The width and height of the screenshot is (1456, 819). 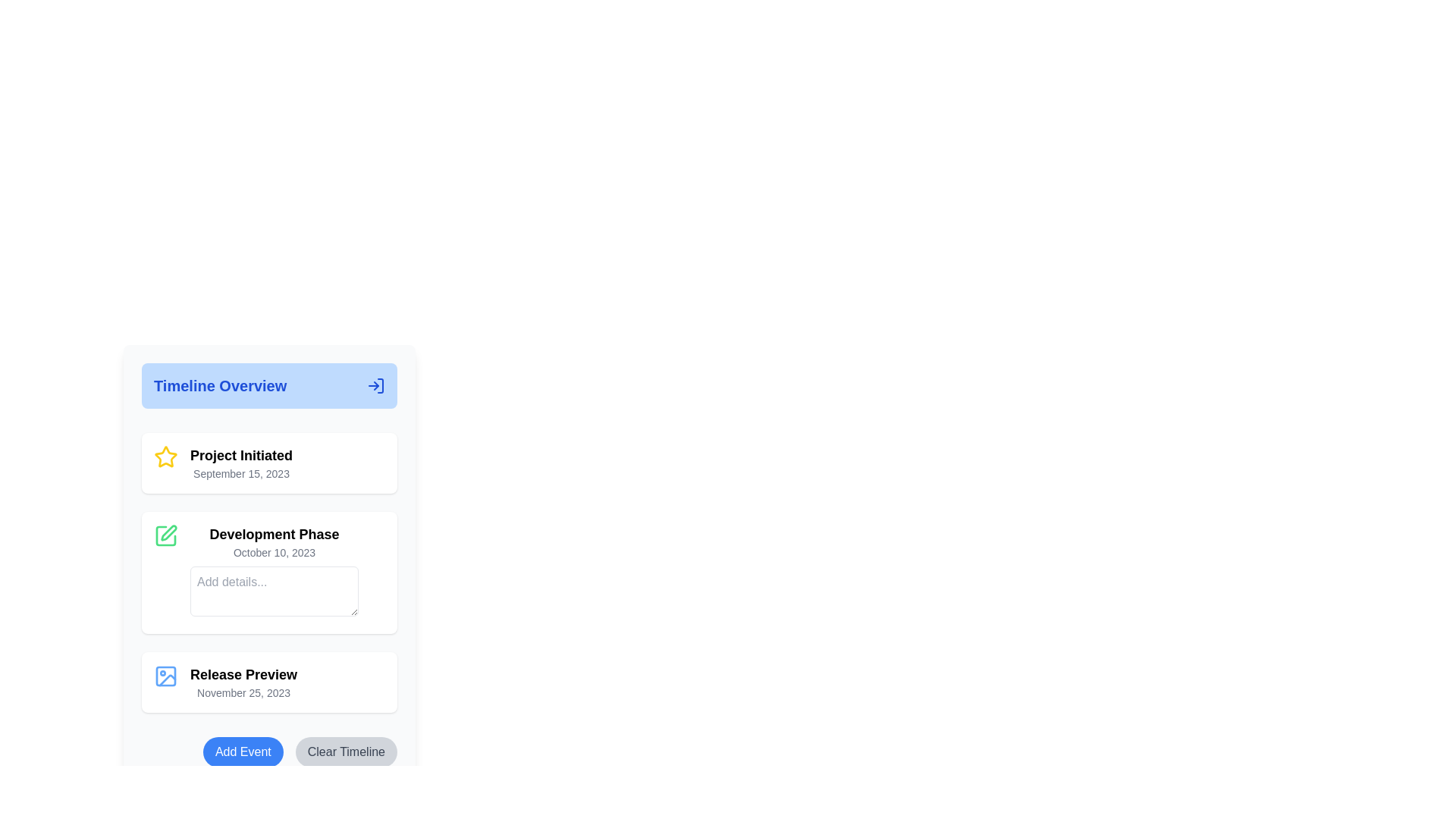 What do you see at coordinates (243, 674) in the screenshot?
I see `the 'Release Preview' text label element which is styled as a heading in bold black font, located at the bottom of the timeline above the date 'November 25, 2023'` at bounding box center [243, 674].